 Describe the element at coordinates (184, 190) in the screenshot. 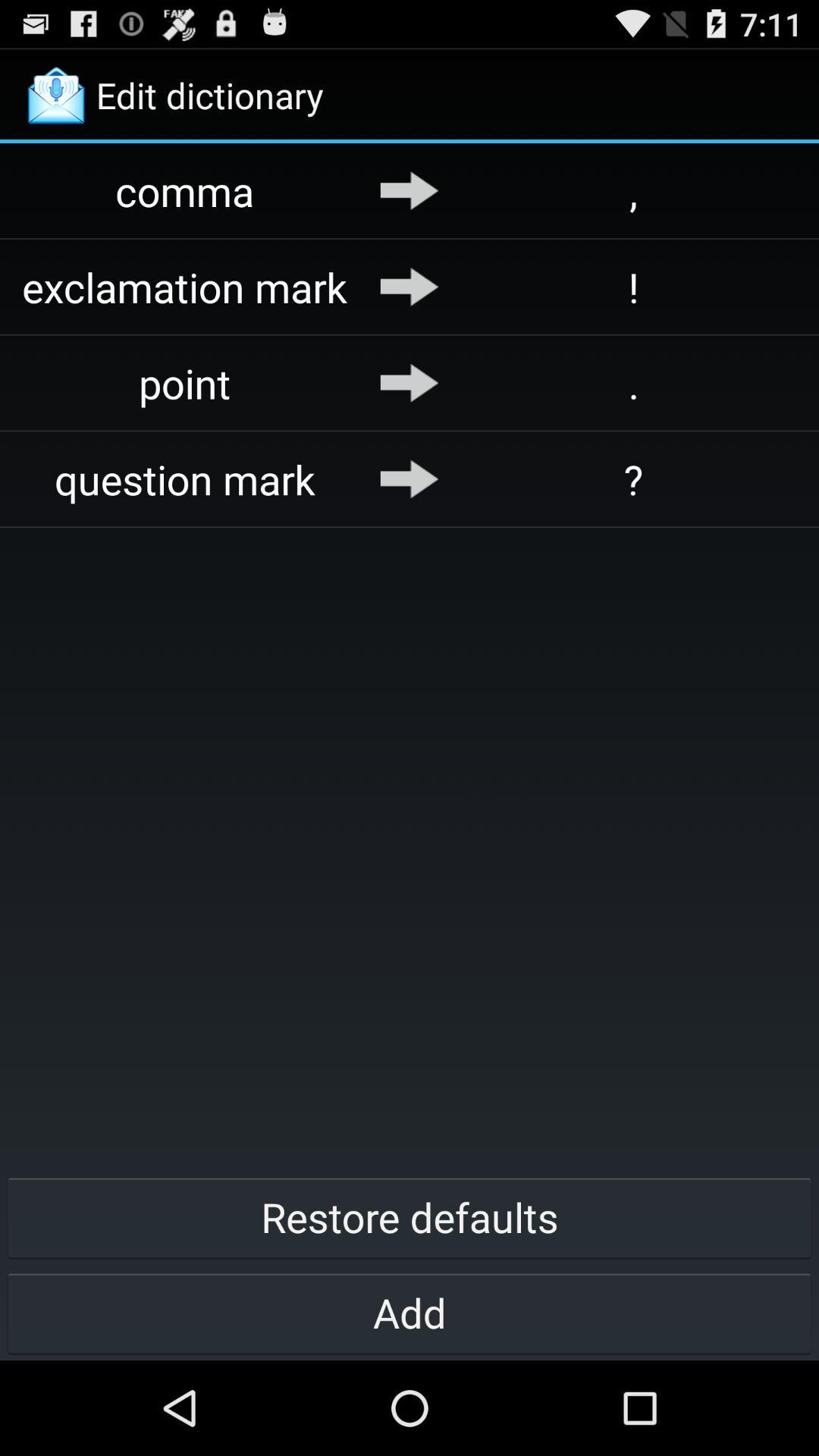

I see `app above the exclamation mark app` at that location.